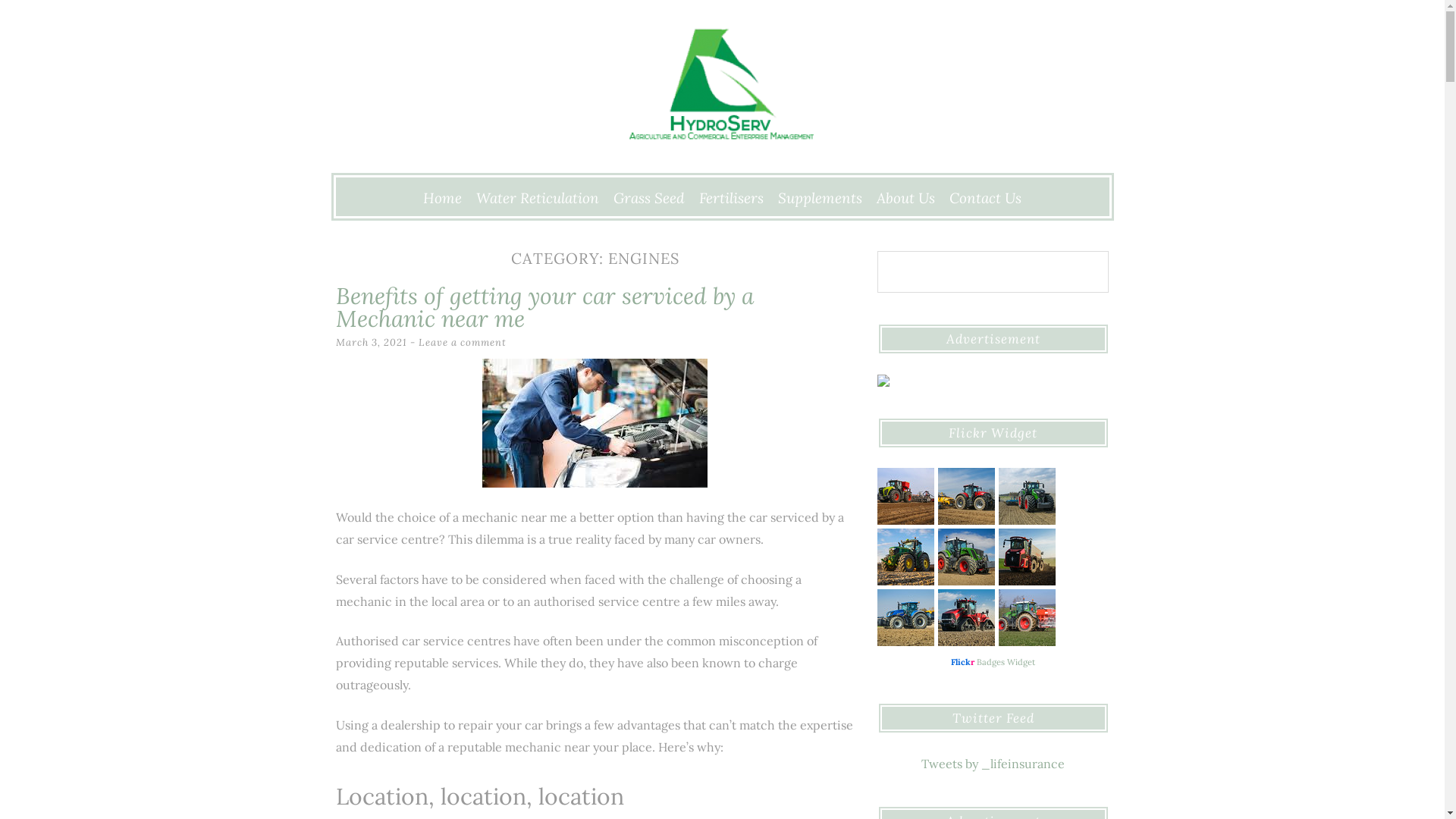 Image resolution: width=1456 pixels, height=819 pixels. Describe the element at coordinates (339, 181) in the screenshot. I see `'Skip to content'` at that location.